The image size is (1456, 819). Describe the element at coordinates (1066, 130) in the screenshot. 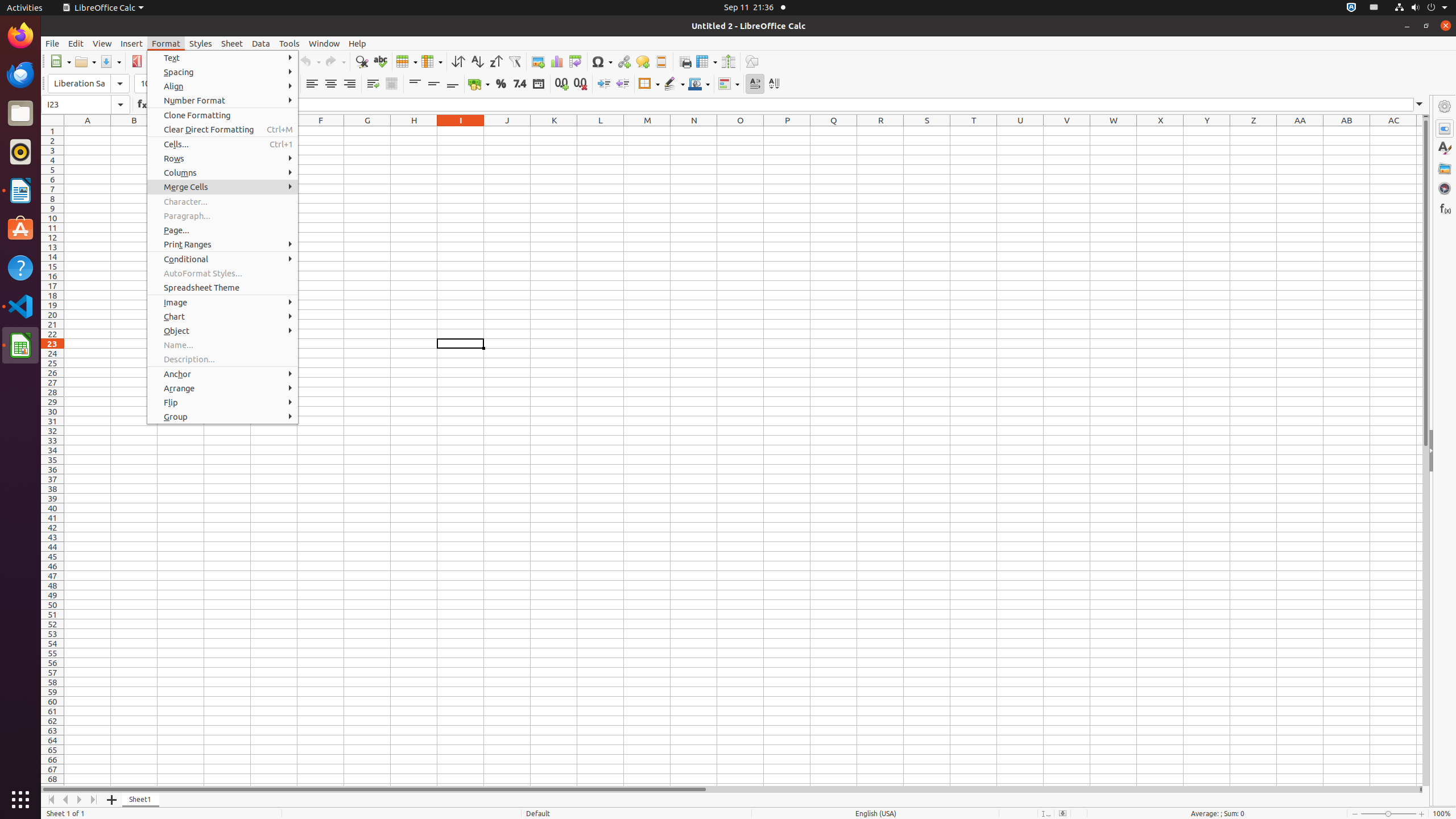

I see `'V1'` at that location.